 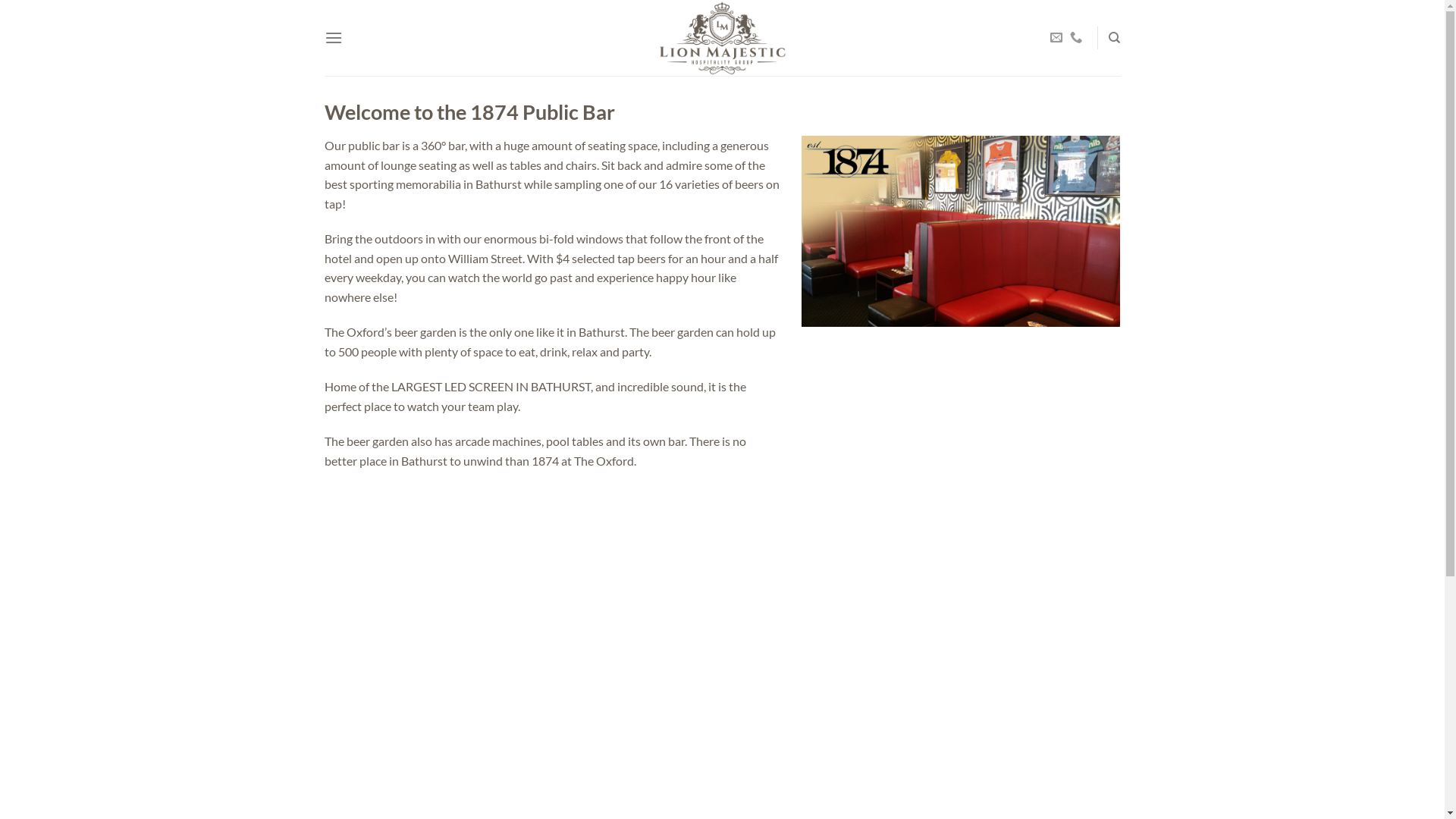 I want to click on 'Lion Majestic', so click(x=720, y=37).